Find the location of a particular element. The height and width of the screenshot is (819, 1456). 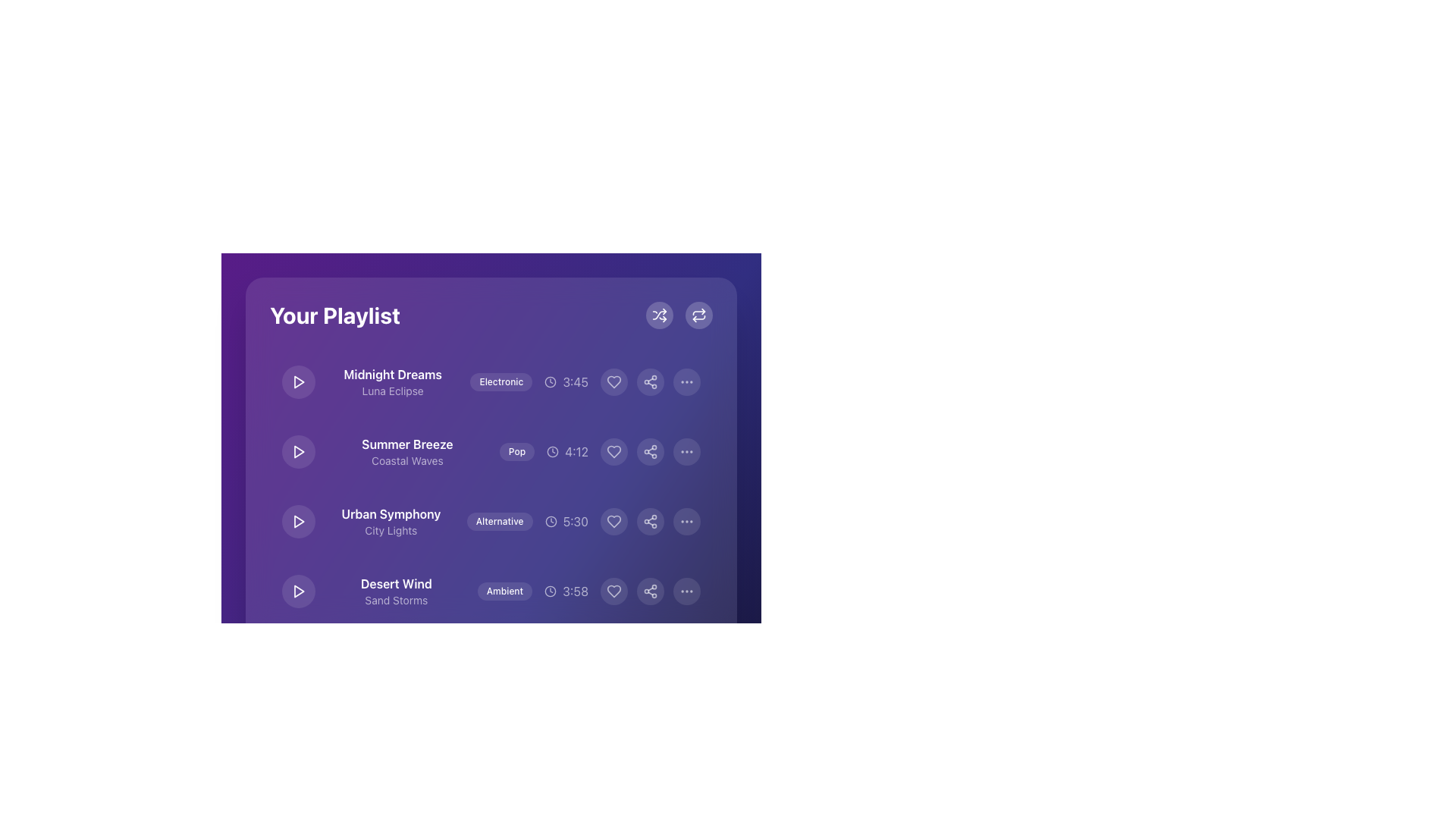

the circular button with three horizontal dots on the right side of the actions section for the 'Summer Breeze' playlist item is located at coordinates (686, 451).